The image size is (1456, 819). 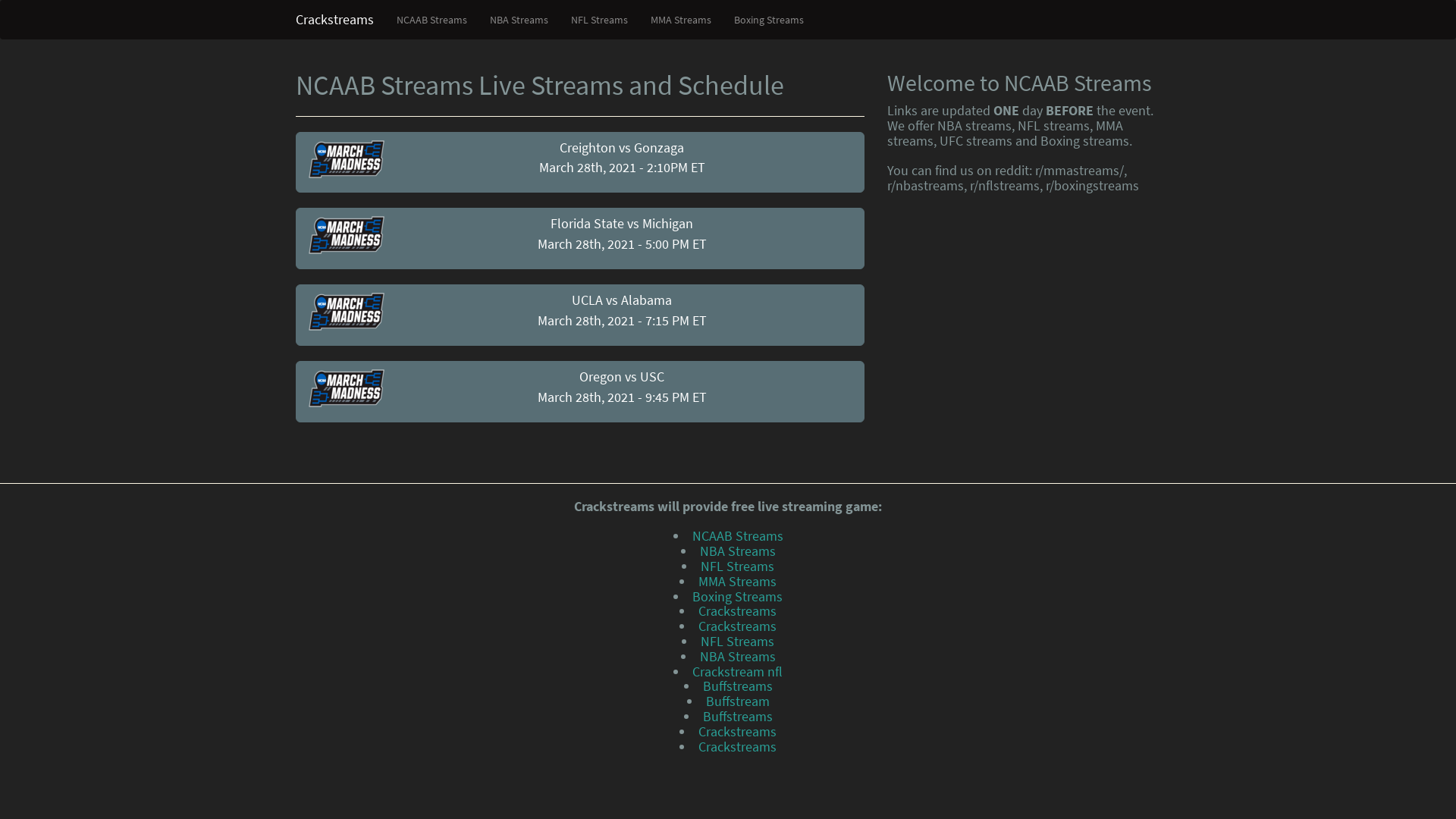 I want to click on 'Crackstreams', so click(x=698, y=730).